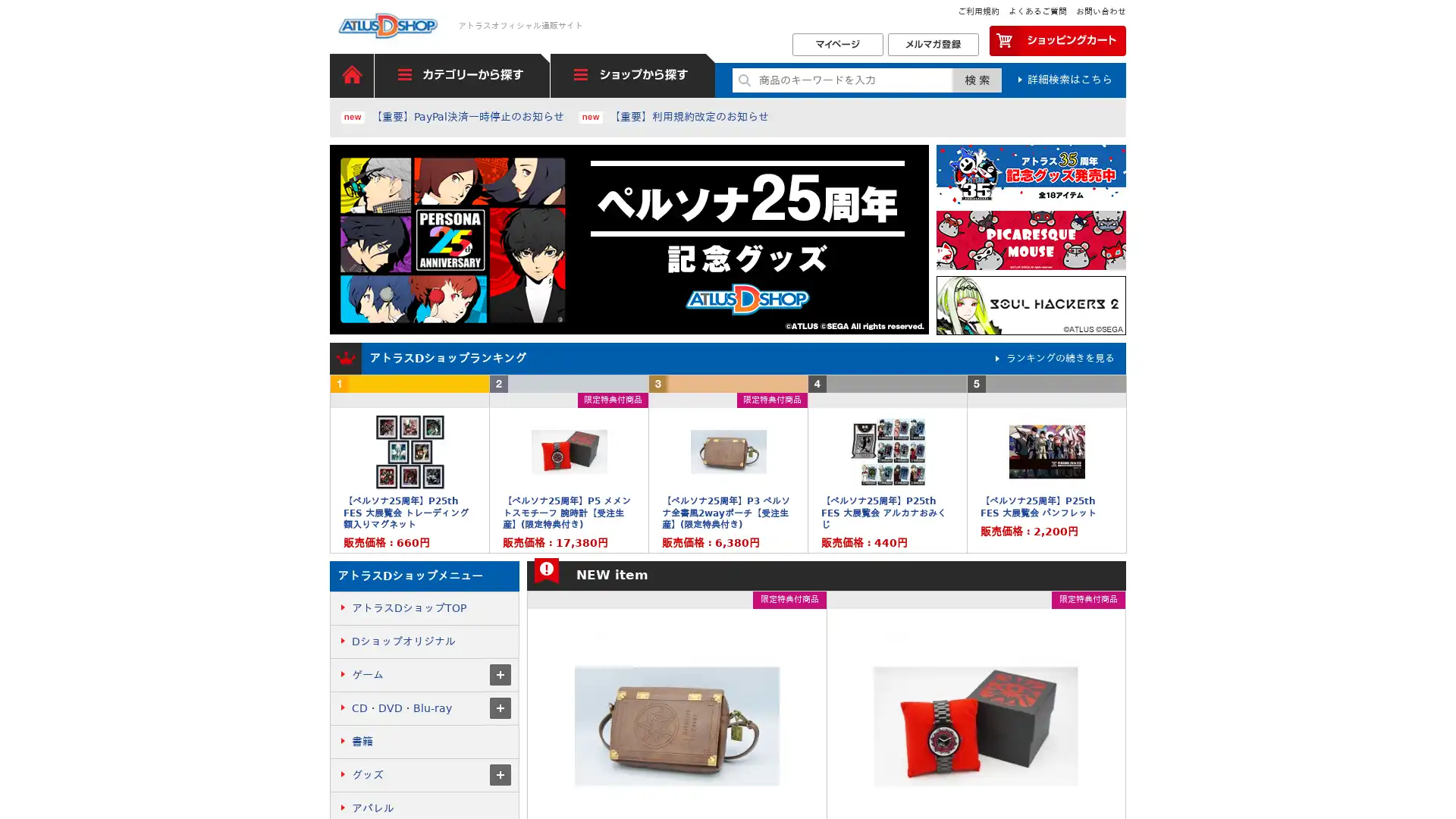  I want to click on Submit, so click(977, 80).